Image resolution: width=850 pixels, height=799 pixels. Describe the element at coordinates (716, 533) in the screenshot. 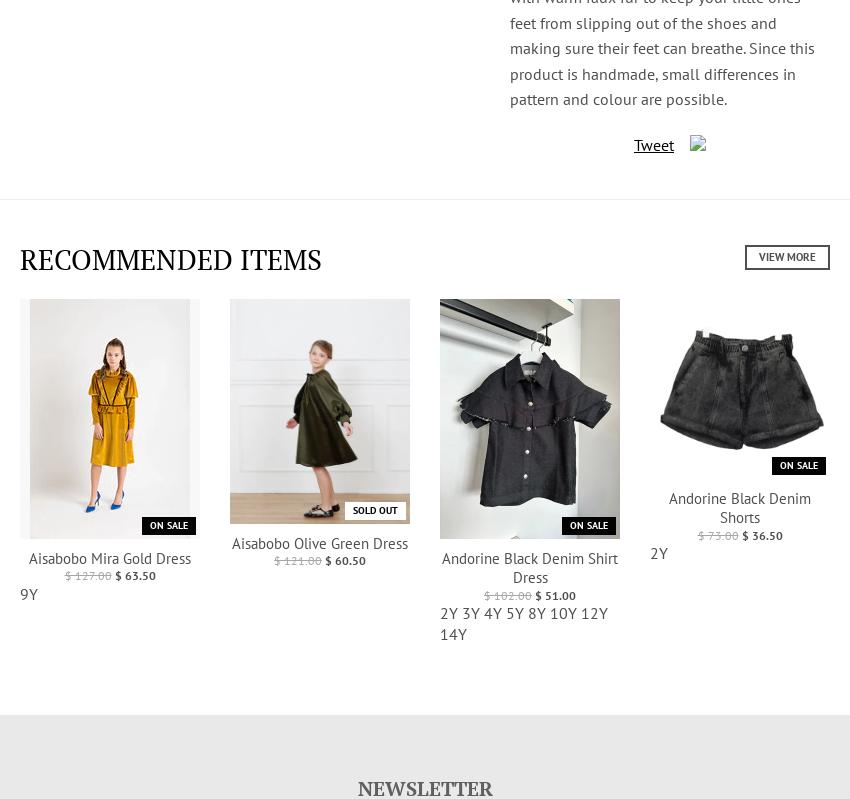

I see `'$ 73.00'` at that location.